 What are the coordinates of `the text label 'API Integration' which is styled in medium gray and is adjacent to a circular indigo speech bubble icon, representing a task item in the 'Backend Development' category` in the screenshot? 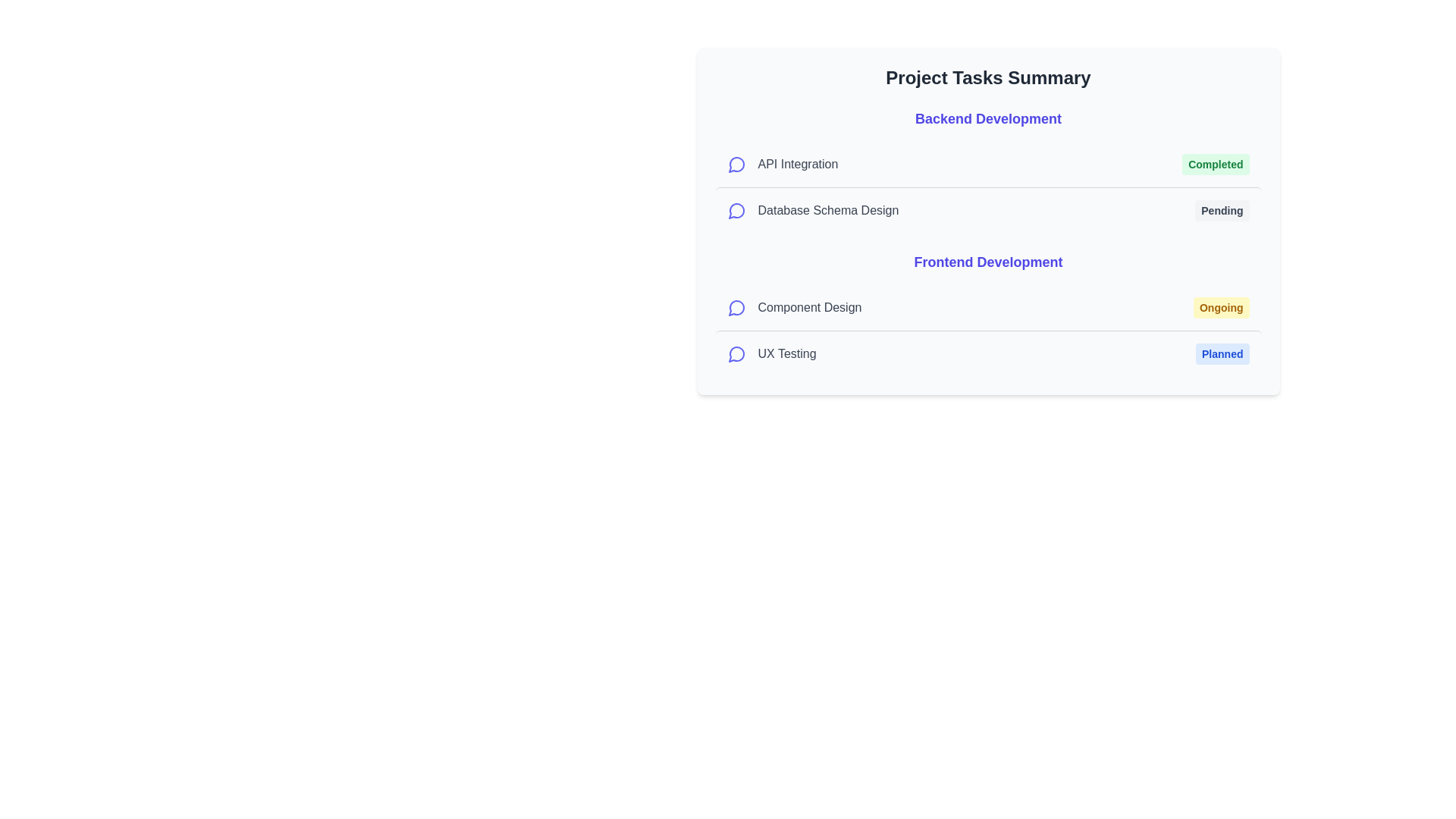 It's located at (783, 164).